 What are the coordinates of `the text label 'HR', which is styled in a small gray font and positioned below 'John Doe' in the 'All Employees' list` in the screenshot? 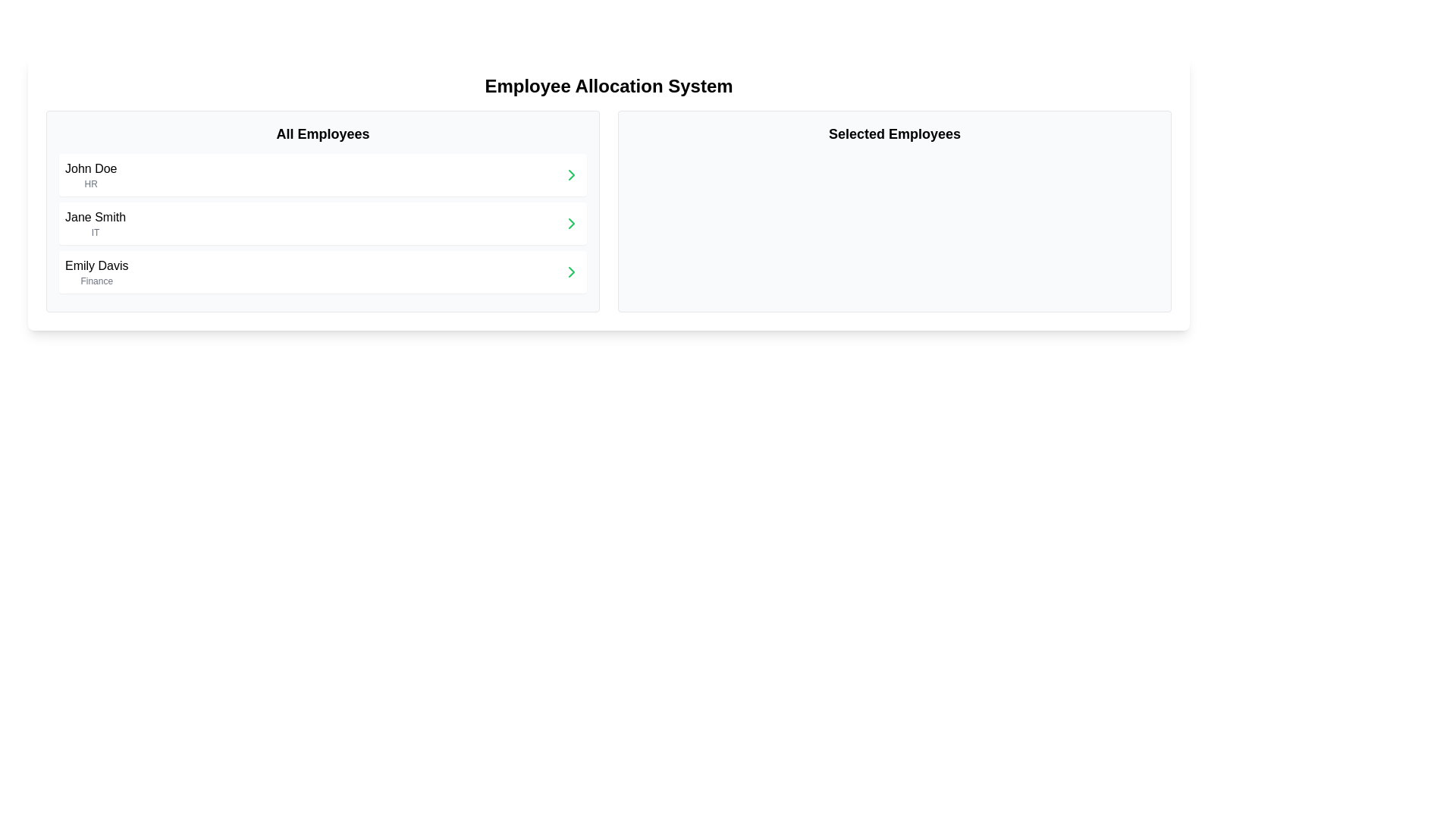 It's located at (90, 184).